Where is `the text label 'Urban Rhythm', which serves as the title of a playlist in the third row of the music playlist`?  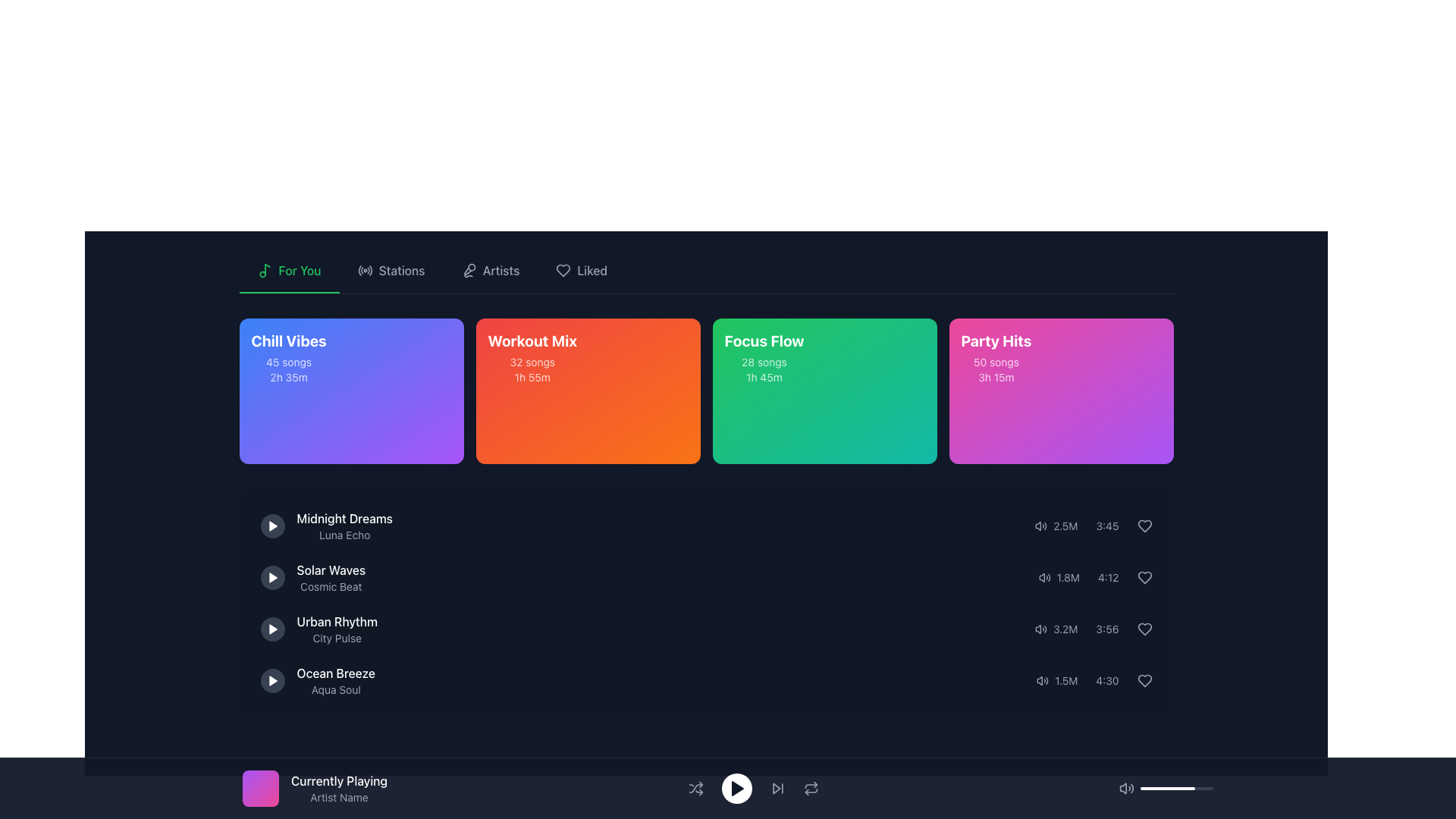
the text label 'Urban Rhythm', which serves as the title of a playlist in the third row of the music playlist is located at coordinates (336, 622).